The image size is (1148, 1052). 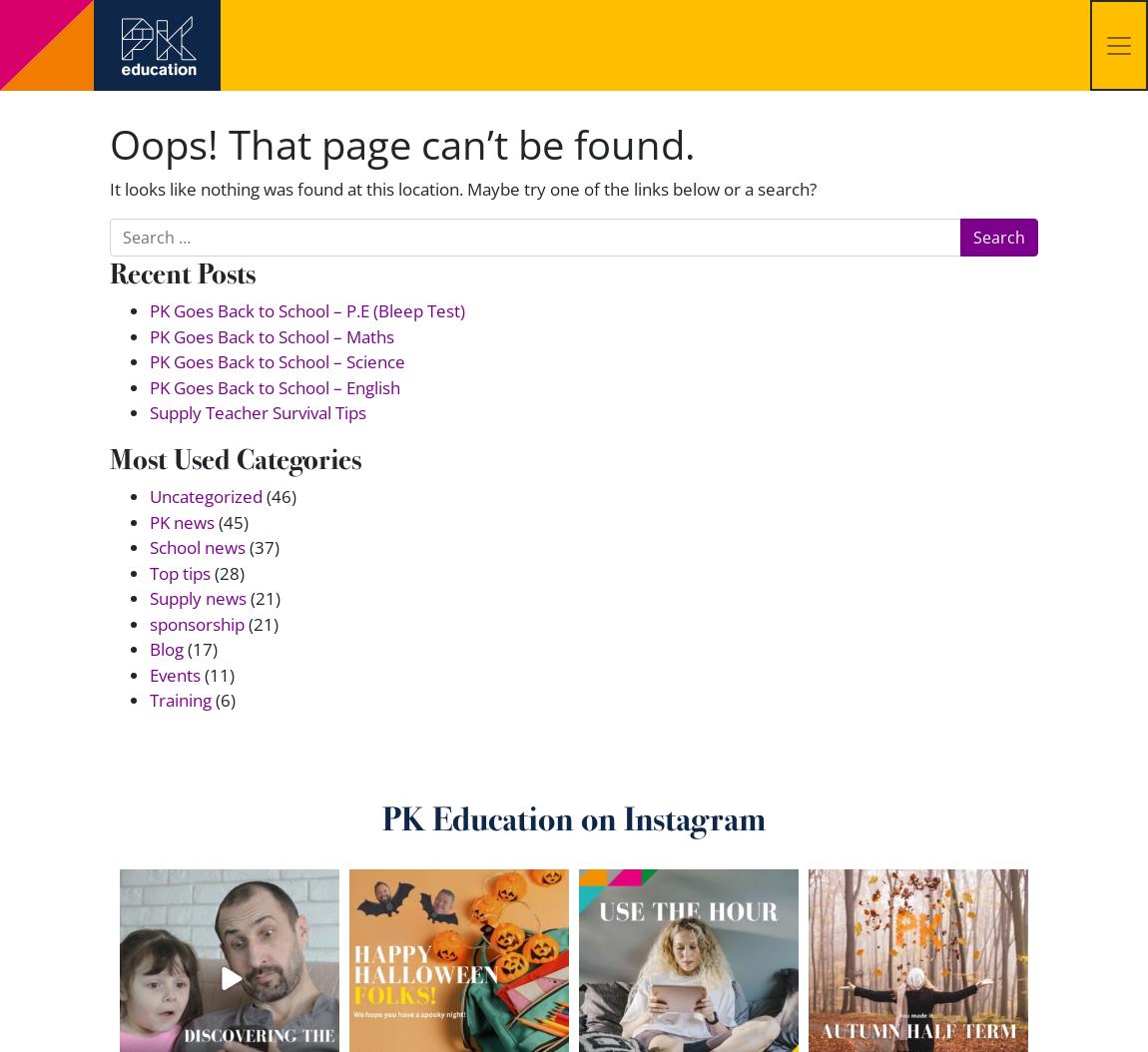 What do you see at coordinates (257, 411) in the screenshot?
I see `'Supply Teacher Survival Tips'` at bounding box center [257, 411].